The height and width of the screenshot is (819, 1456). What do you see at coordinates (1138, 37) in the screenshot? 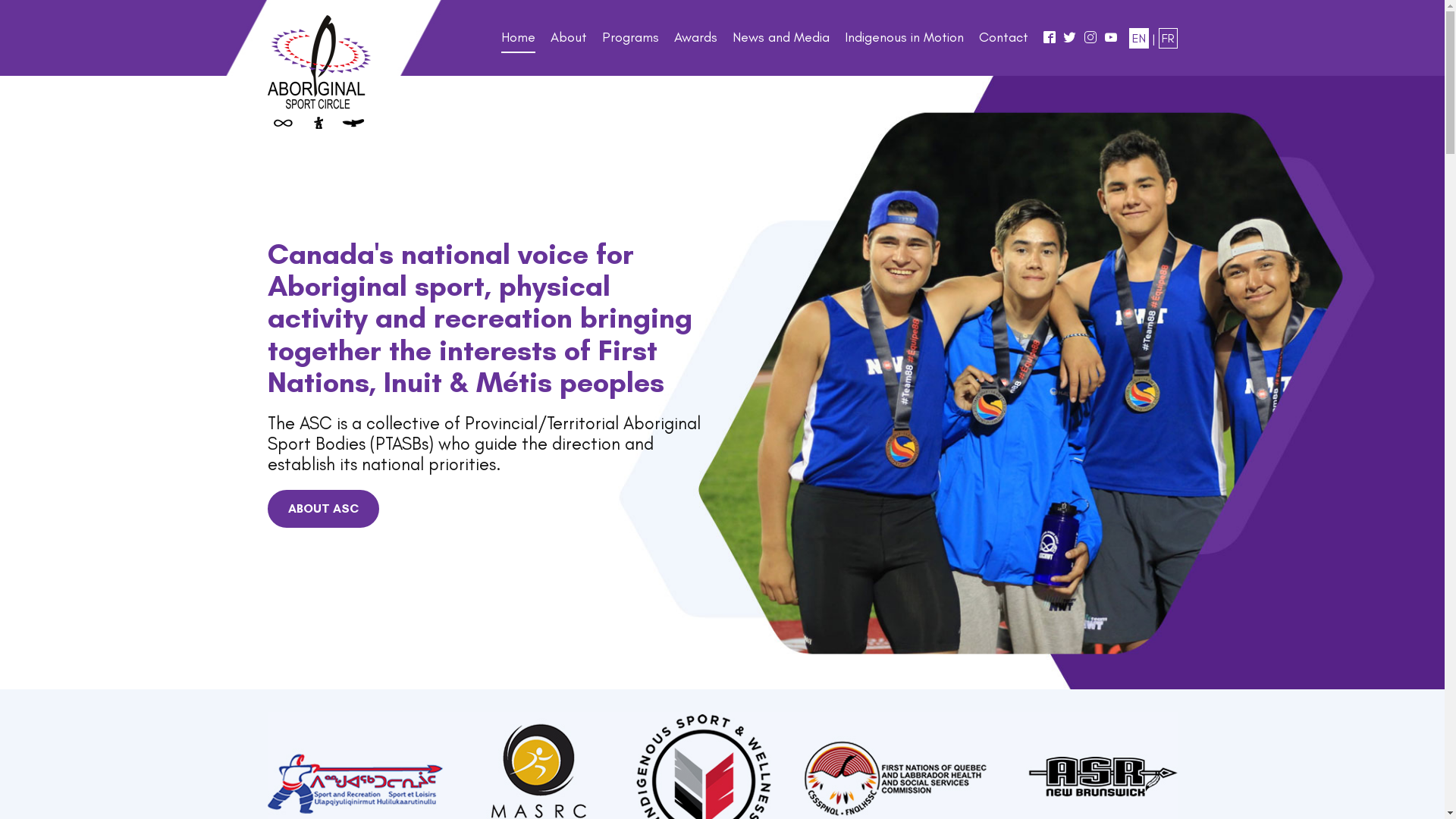
I see `'EN'` at bounding box center [1138, 37].